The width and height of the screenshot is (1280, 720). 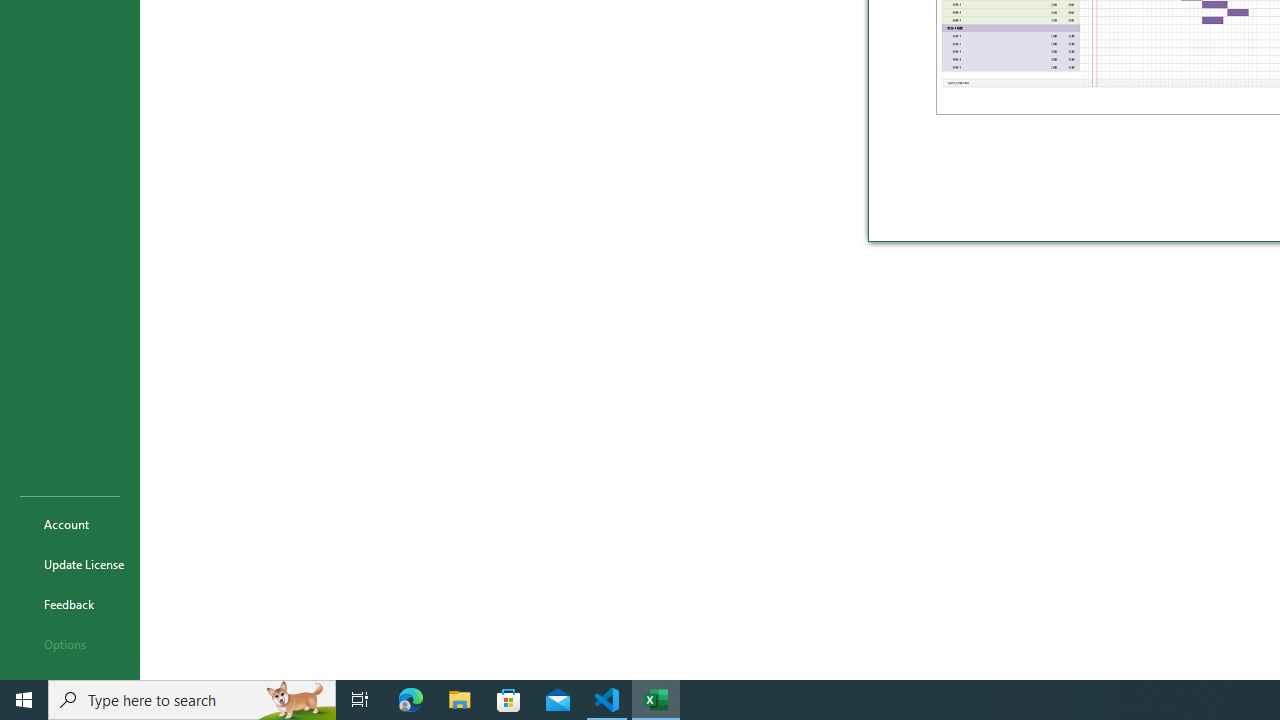 What do you see at coordinates (69, 523) in the screenshot?
I see `'Account'` at bounding box center [69, 523].